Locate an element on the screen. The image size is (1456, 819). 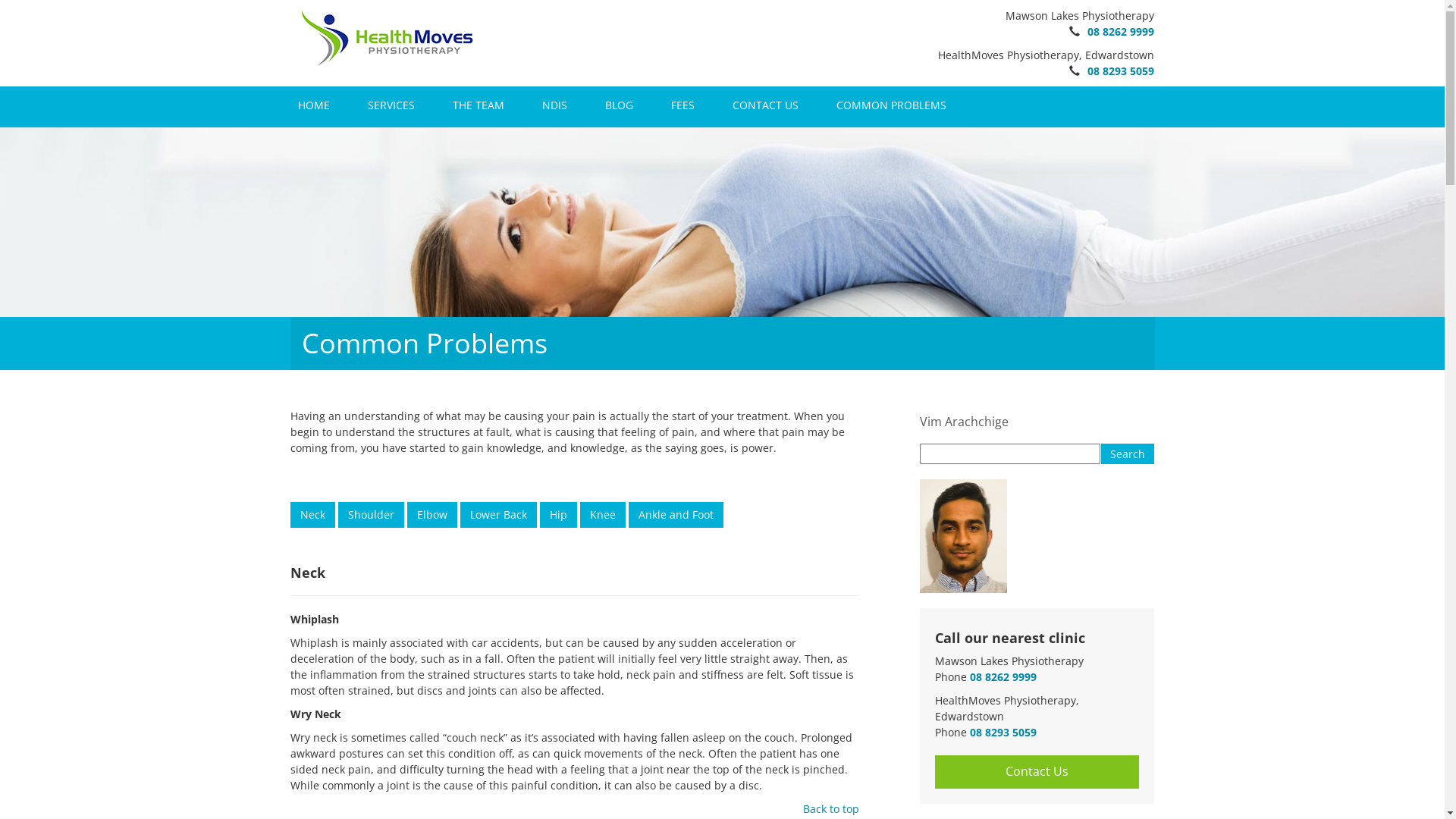
'08 8262 9999' is located at coordinates (1002, 676).